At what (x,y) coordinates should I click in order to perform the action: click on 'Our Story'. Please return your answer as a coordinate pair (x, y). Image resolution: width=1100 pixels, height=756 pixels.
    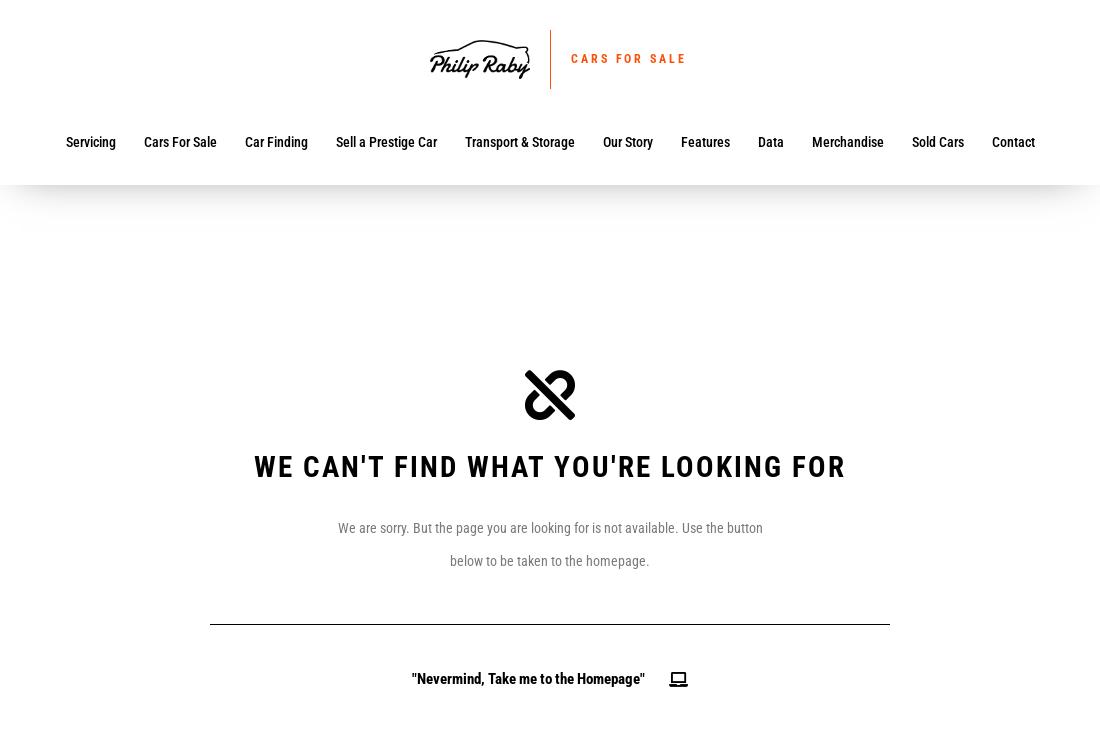
    Looking at the image, I should click on (627, 141).